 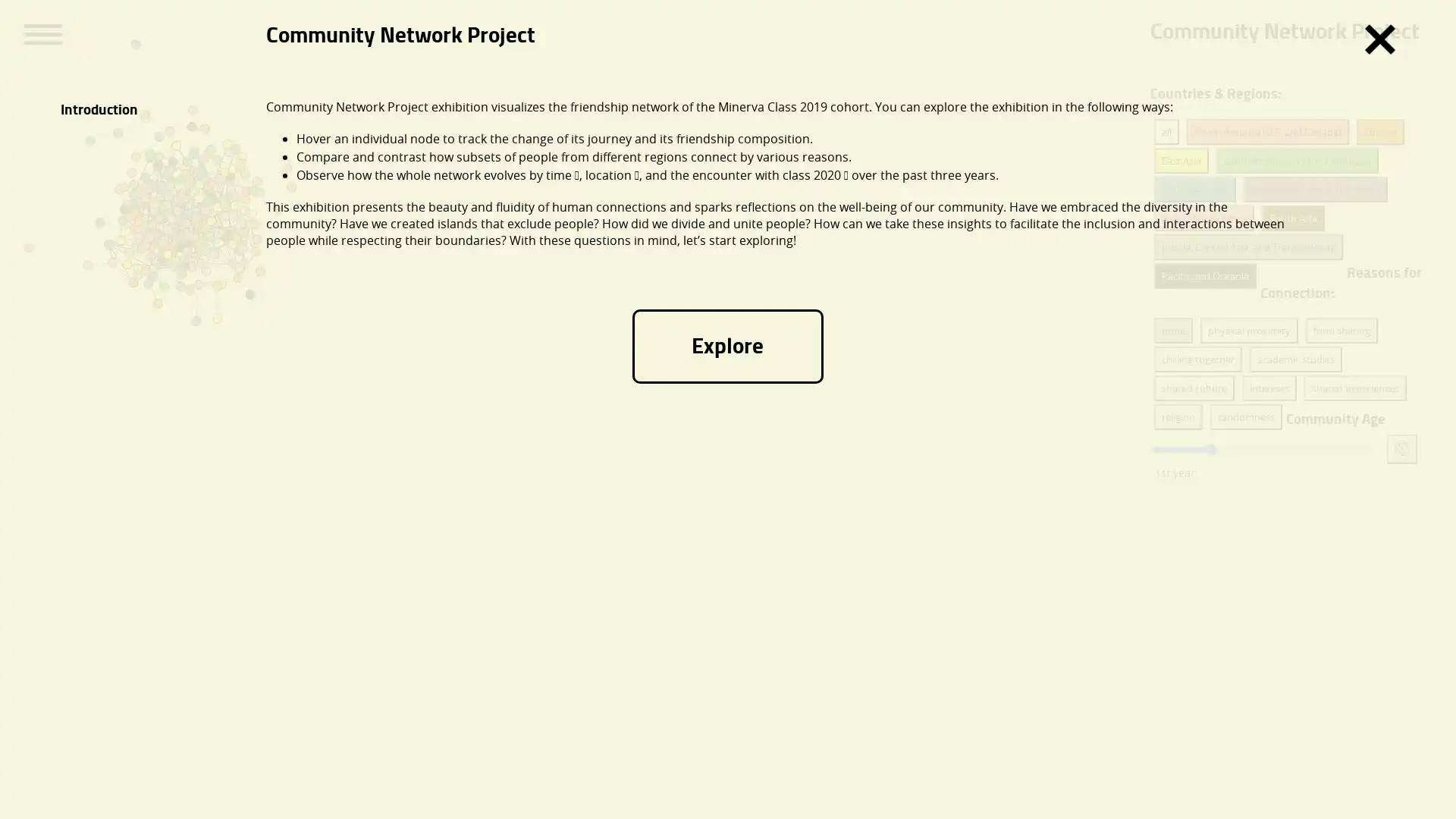 I want to click on shared culture, so click(x=1193, y=388).